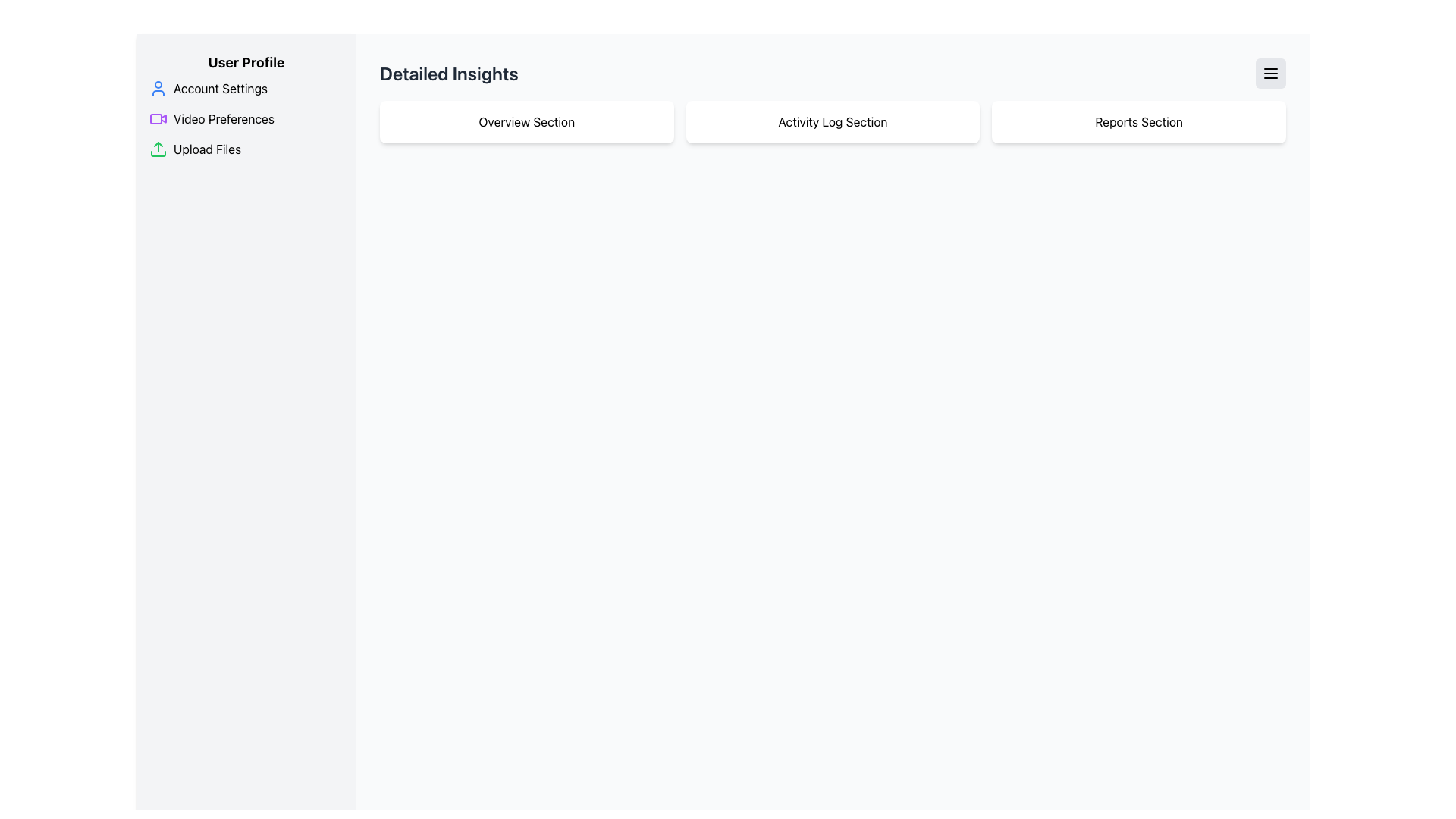 The height and width of the screenshot is (819, 1456). What do you see at coordinates (223, 118) in the screenshot?
I see `the 'Video Preferences' text label in the navigation menu` at bounding box center [223, 118].